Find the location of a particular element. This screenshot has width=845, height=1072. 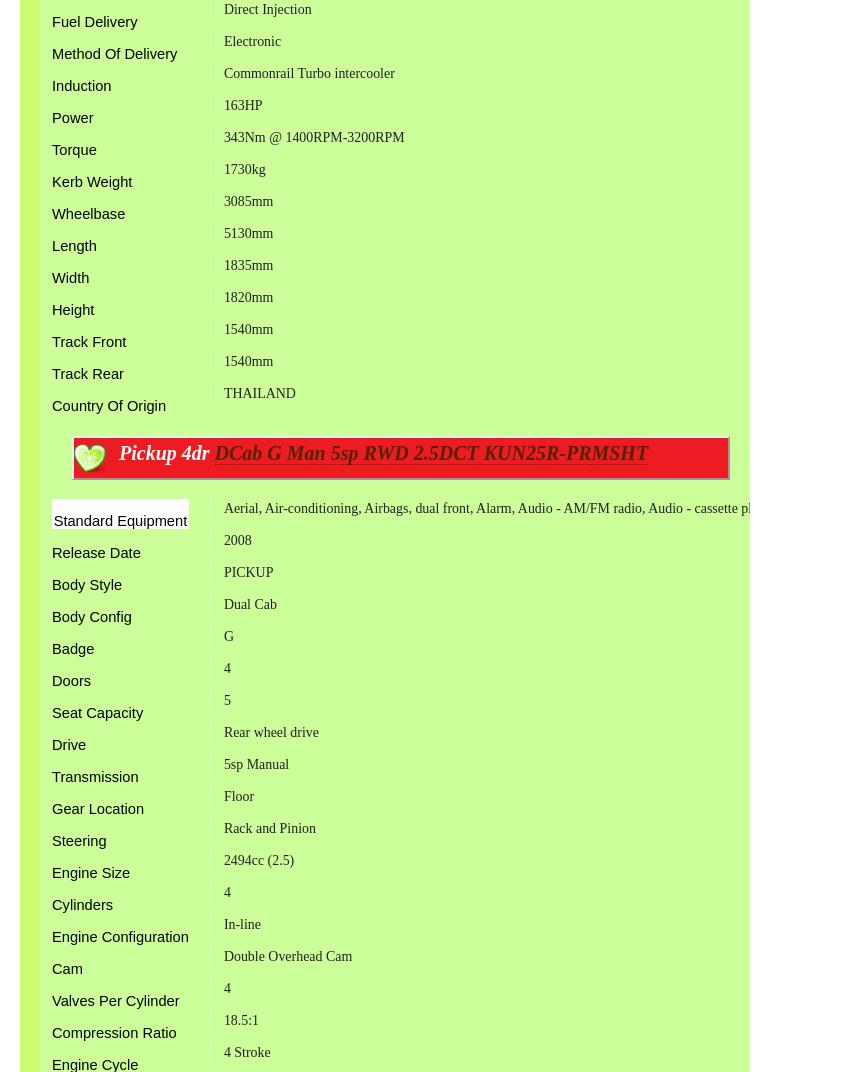

'Pickup 4dr' is located at coordinates (166, 452).